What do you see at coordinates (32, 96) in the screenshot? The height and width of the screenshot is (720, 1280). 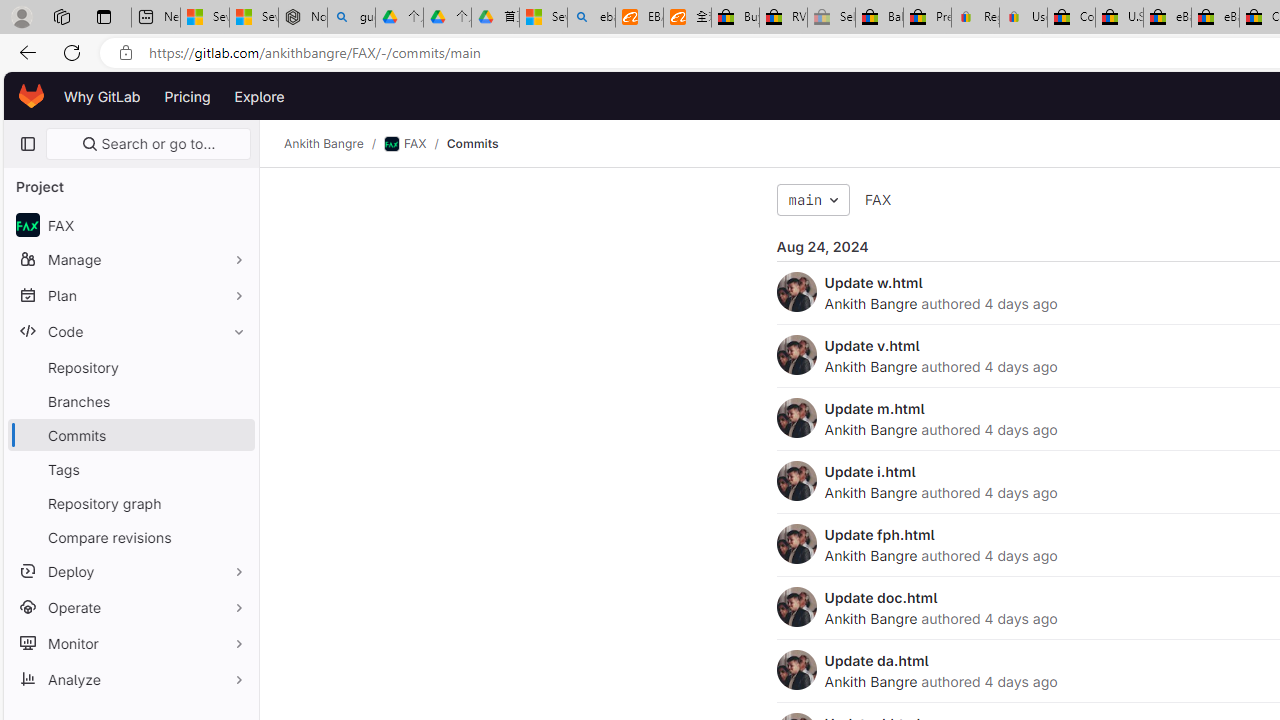 I see `'Homepage'` at bounding box center [32, 96].